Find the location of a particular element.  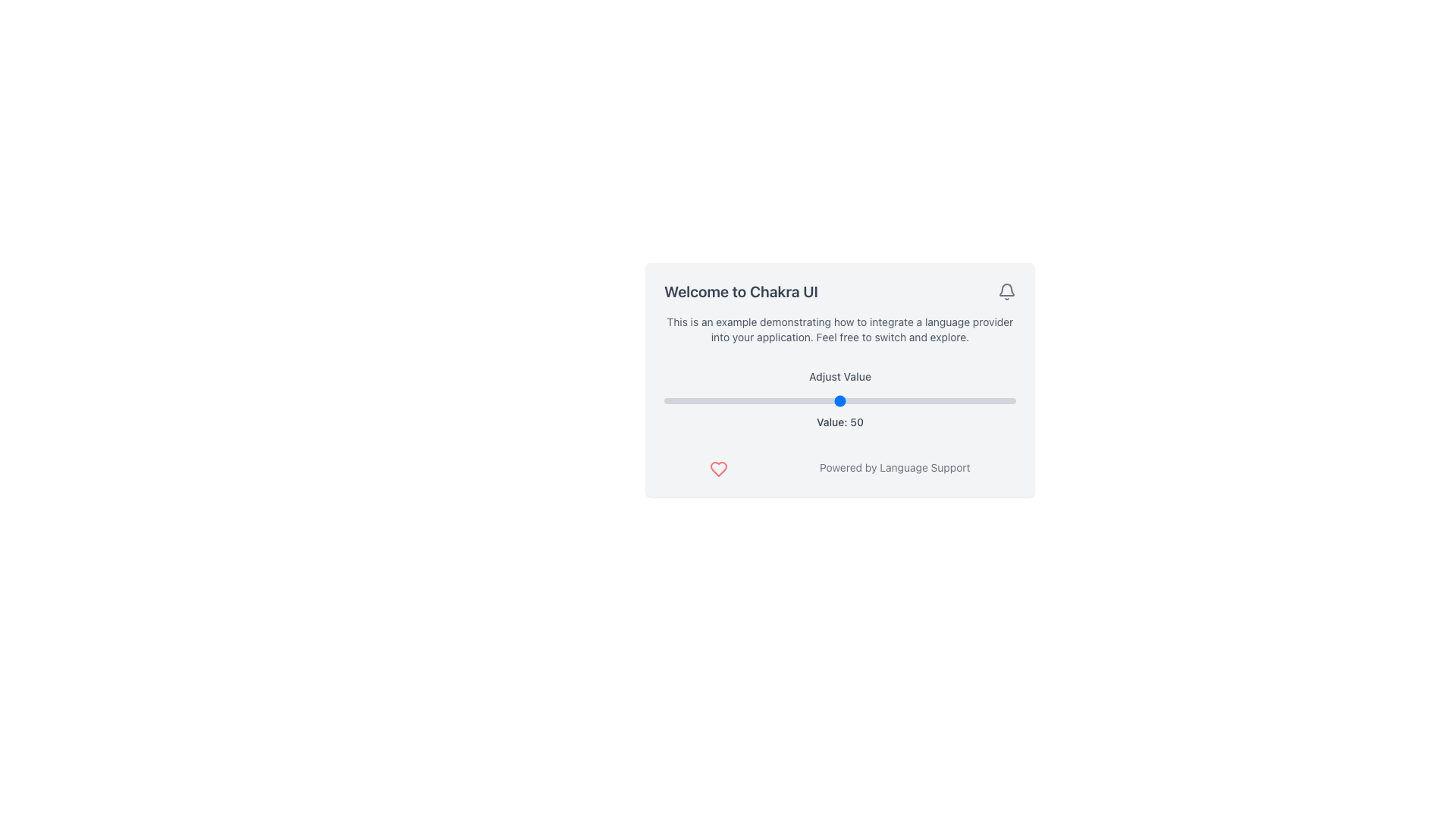

the leftmost decorative icon indicating a 'like' or 'favorite' feature located at the bottom of the main content card is located at coordinates (718, 468).